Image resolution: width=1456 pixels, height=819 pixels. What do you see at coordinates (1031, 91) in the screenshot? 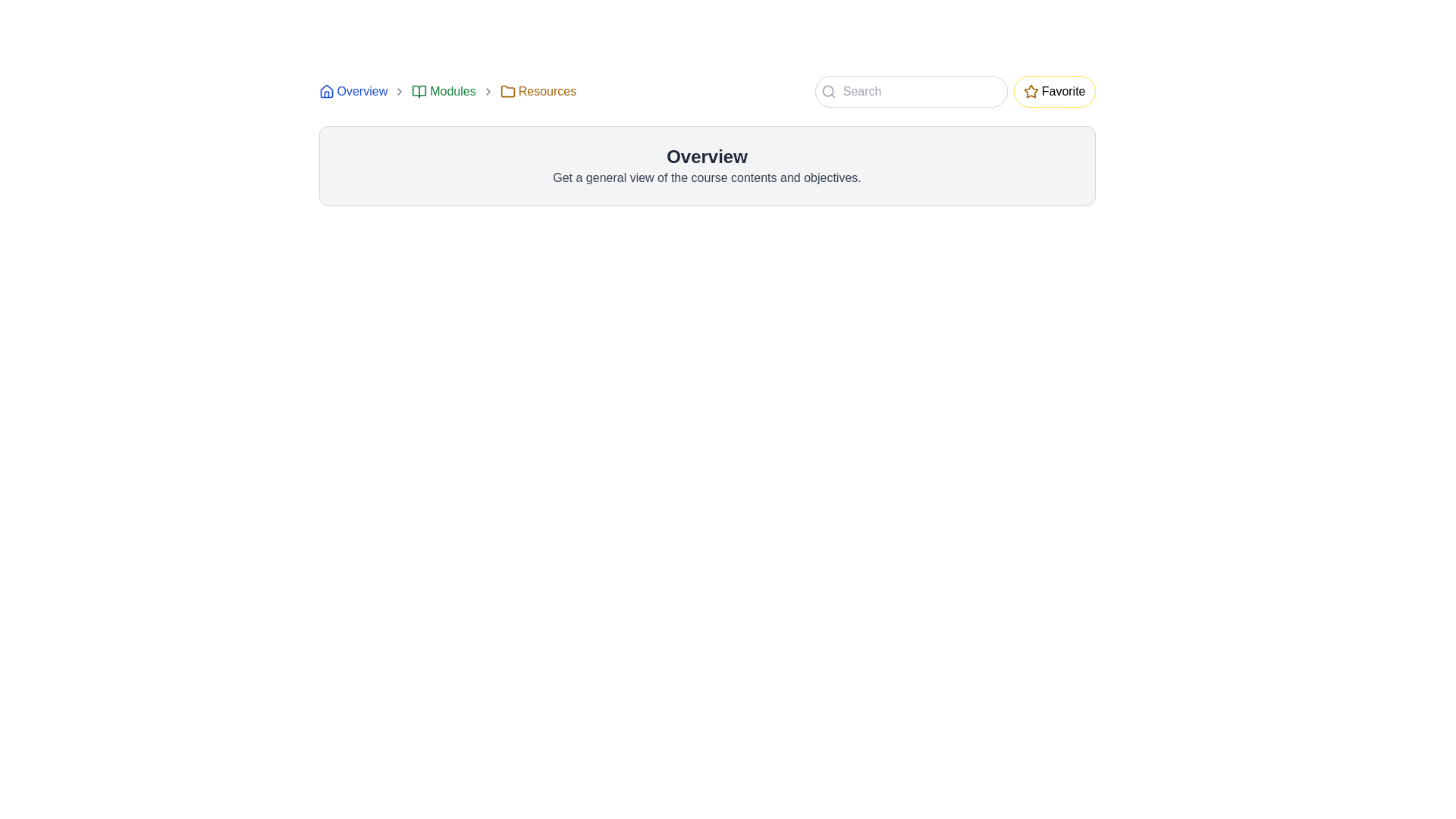
I see `the star icon located inside the 'Favorite' button, positioned to the left of the 'Favorite' text` at bounding box center [1031, 91].